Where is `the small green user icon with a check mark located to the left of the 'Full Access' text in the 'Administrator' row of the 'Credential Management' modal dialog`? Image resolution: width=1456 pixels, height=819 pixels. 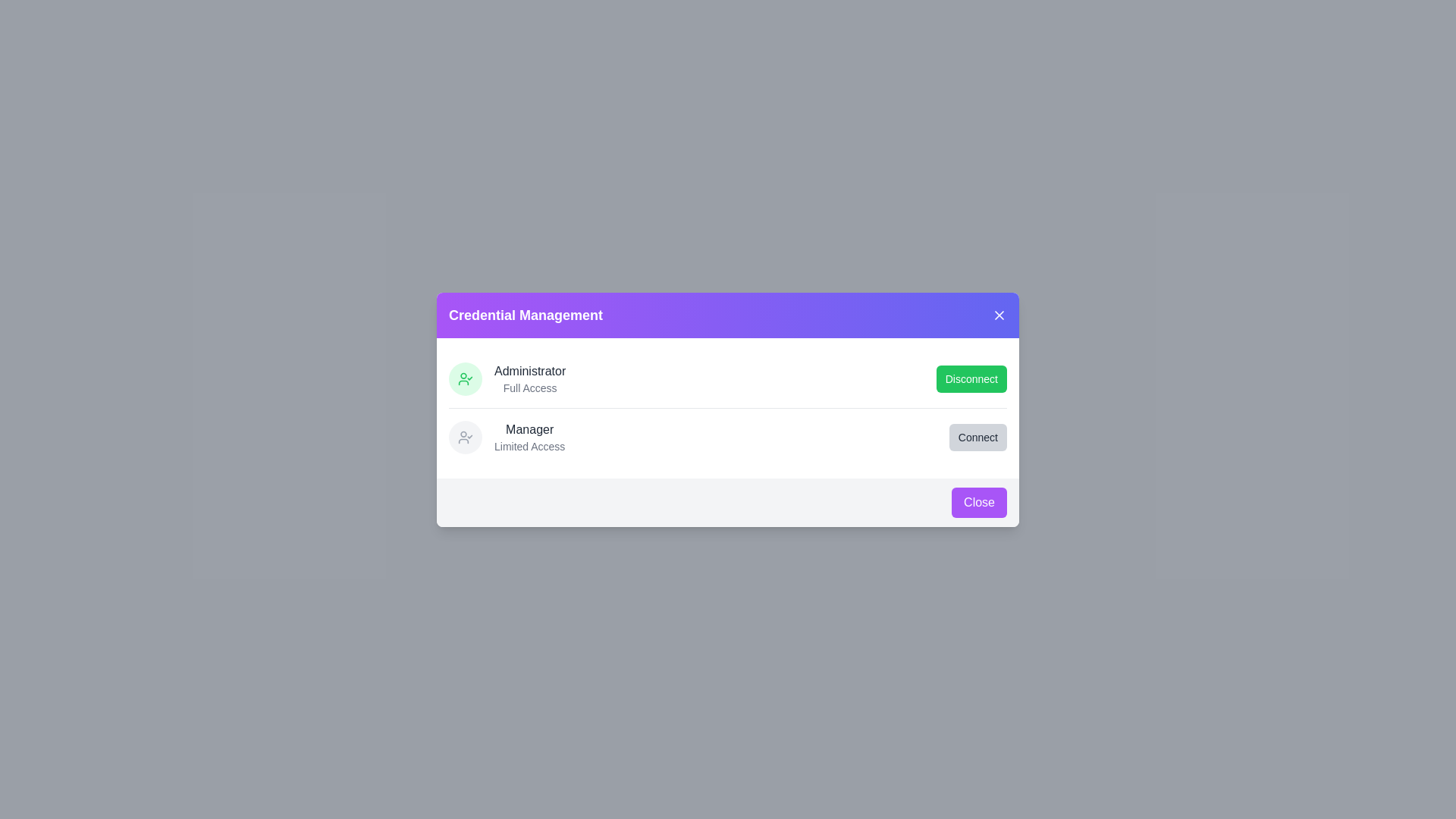 the small green user icon with a check mark located to the left of the 'Full Access' text in the 'Administrator' row of the 'Credential Management' modal dialog is located at coordinates (465, 377).